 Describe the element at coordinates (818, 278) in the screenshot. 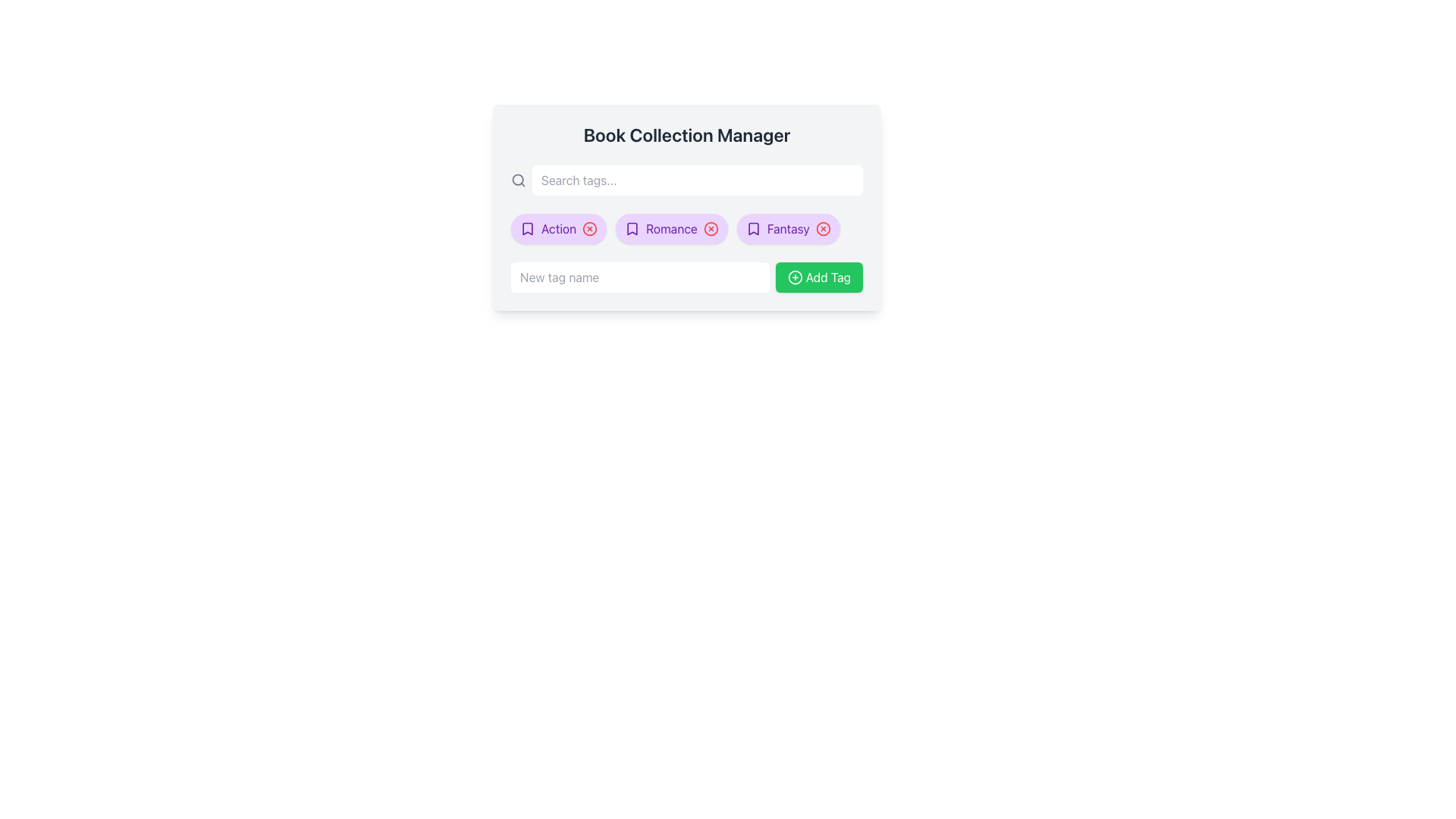

I see `the 'Add Tag' button, which has a green background, rounded edges, and a white icon with text, to change its shade` at that location.